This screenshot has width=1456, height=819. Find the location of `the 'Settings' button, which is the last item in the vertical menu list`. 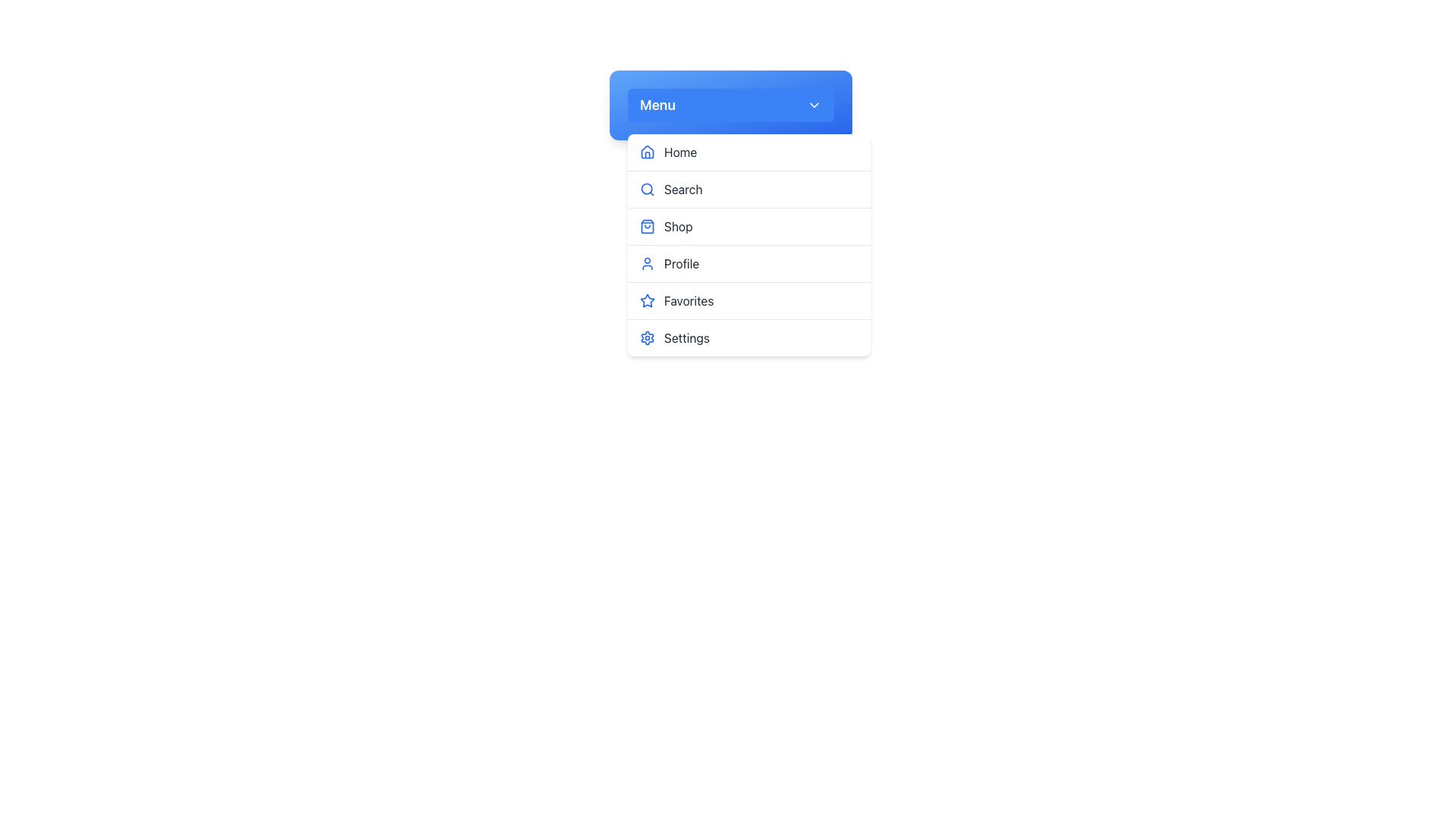

the 'Settings' button, which is the last item in the vertical menu list is located at coordinates (749, 337).